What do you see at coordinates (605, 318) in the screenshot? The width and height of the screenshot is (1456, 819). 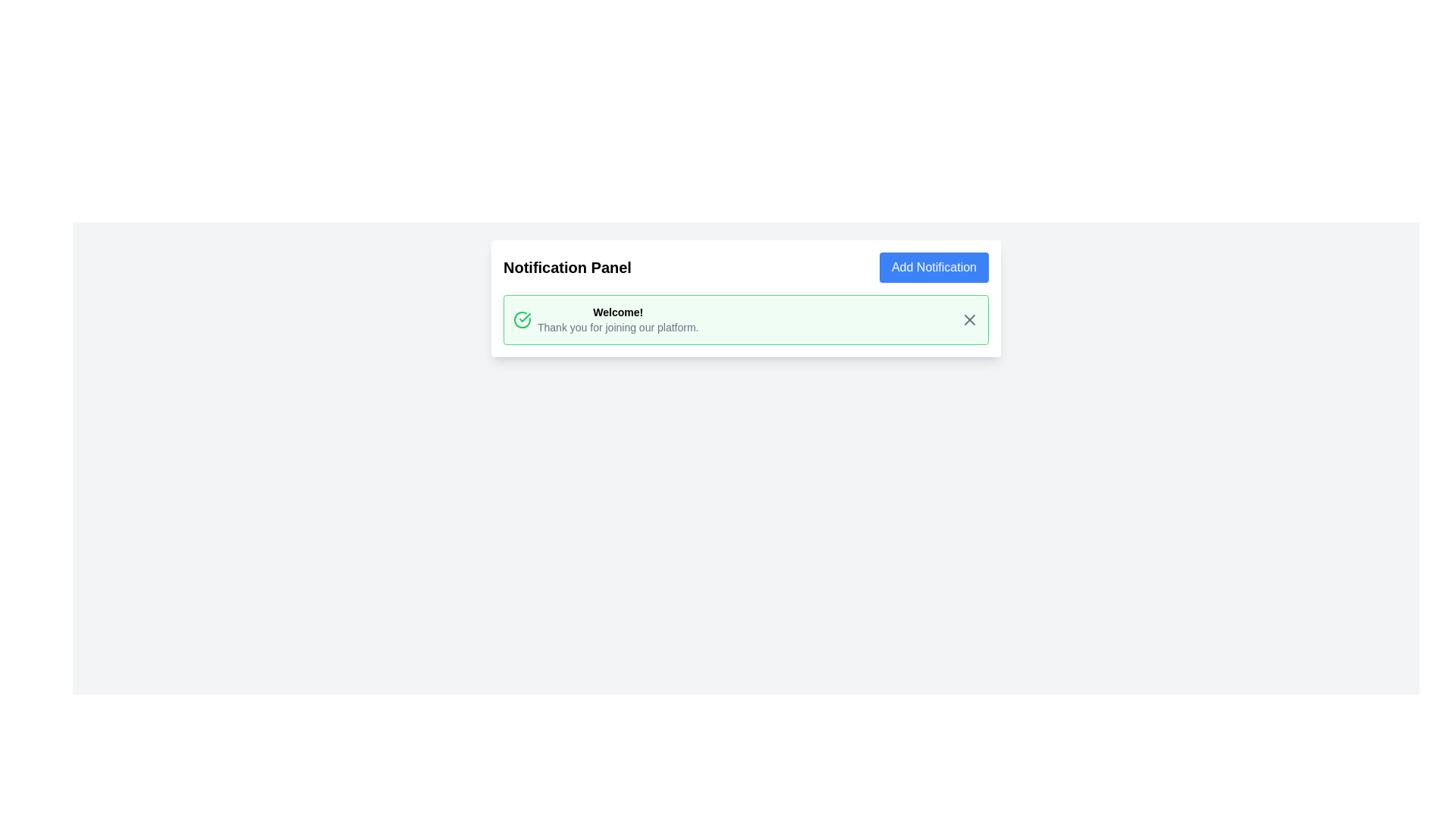 I see `the positive acknowledgment notification text with icon located in the notification card within the Notification Panel` at bounding box center [605, 318].